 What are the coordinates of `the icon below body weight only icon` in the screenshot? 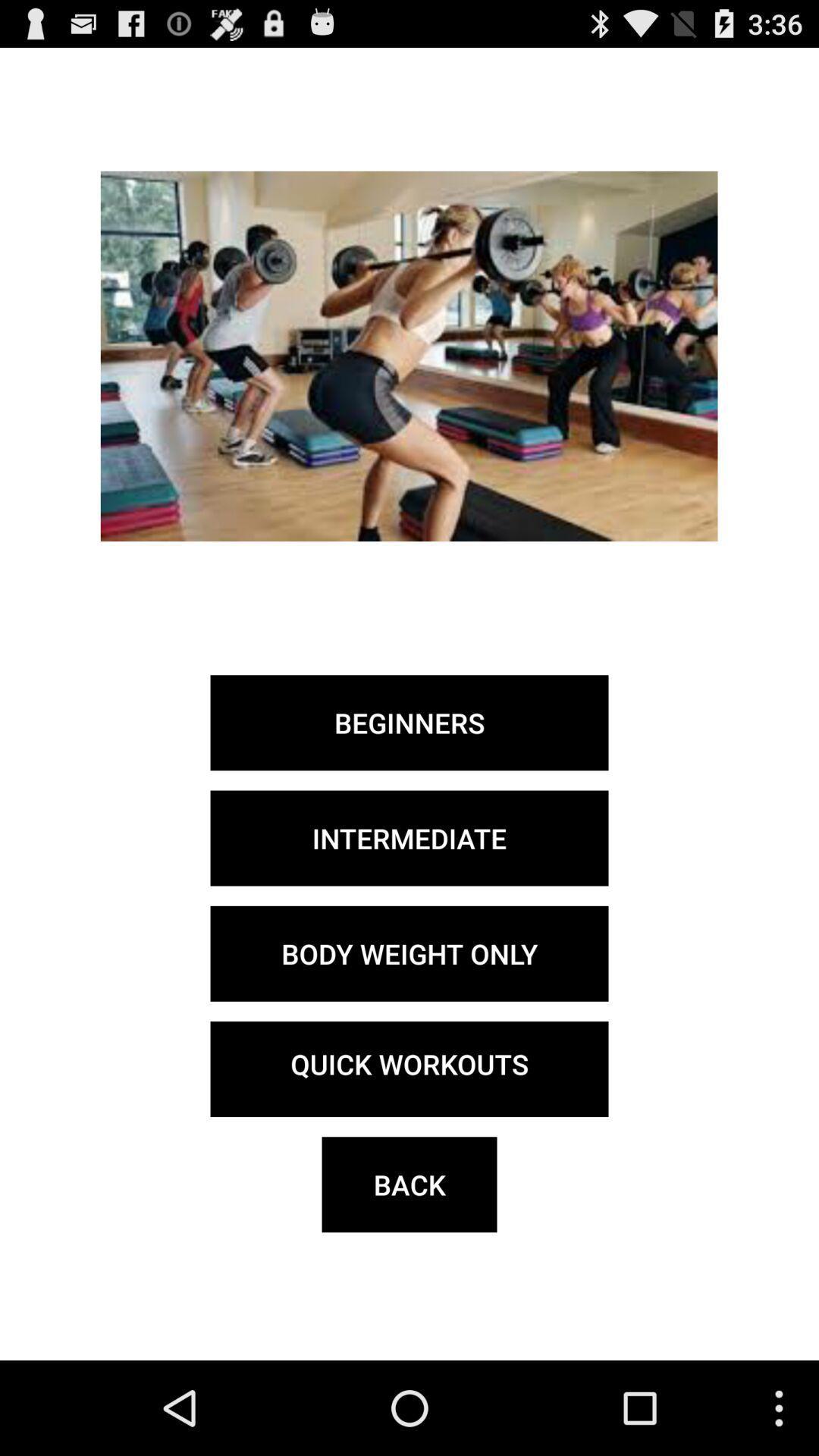 It's located at (409, 1068).